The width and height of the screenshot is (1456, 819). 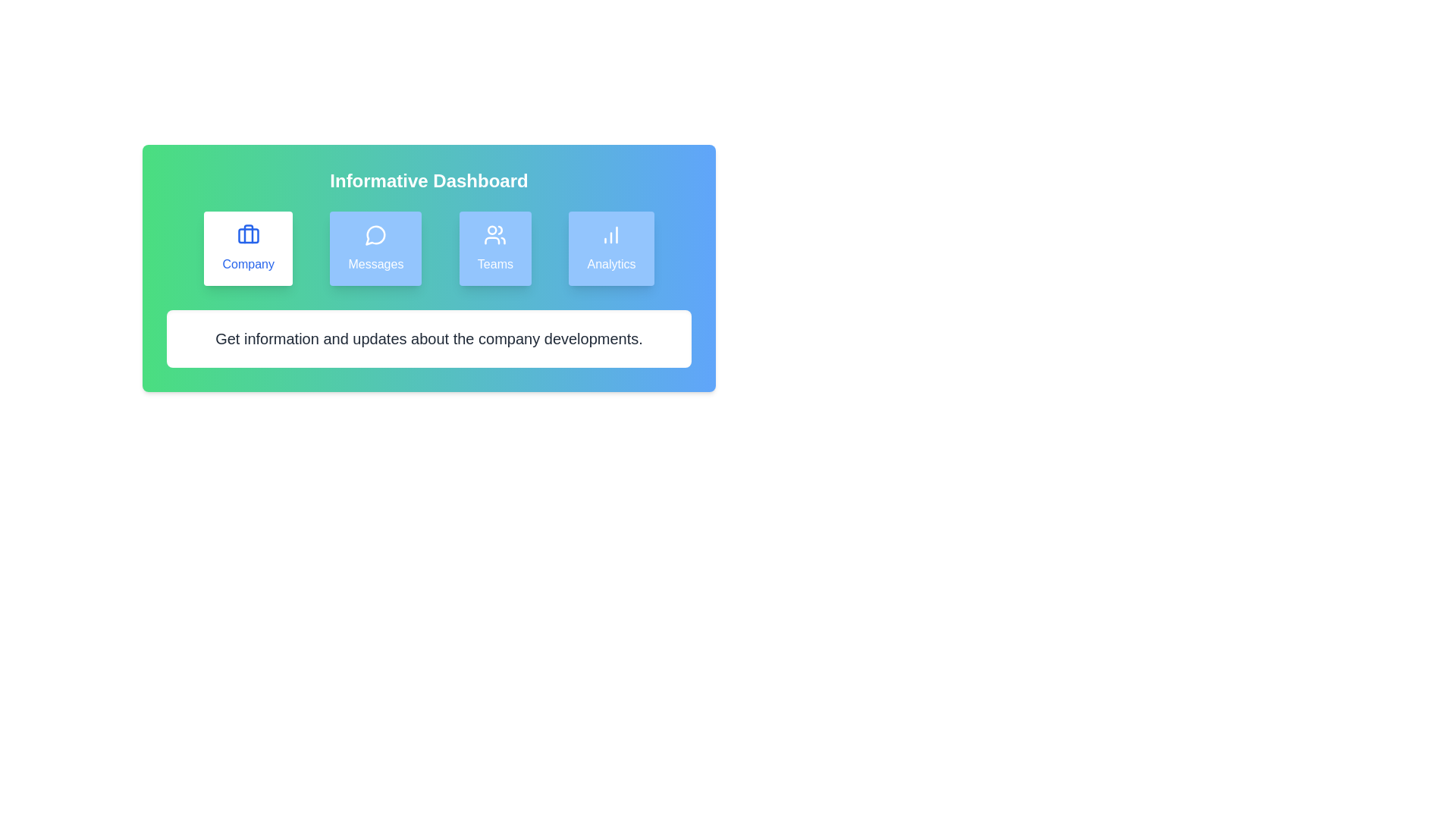 What do you see at coordinates (248, 234) in the screenshot?
I see `the Company section icon located centrally within the first card of the dashboard, directly above the 'Company' text` at bounding box center [248, 234].